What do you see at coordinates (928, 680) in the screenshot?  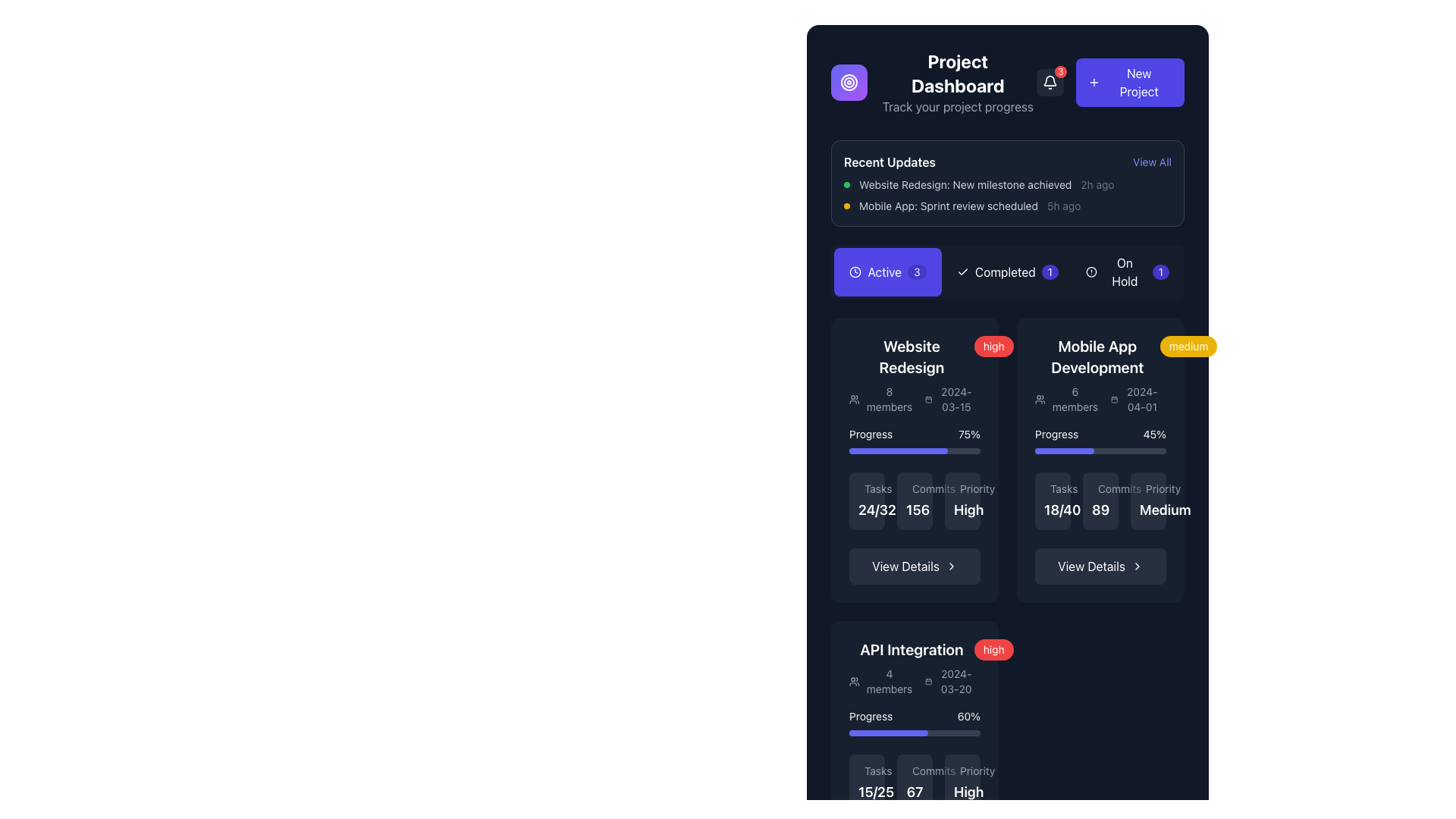 I see `the calendar icon located in the 'API Integration' section of the dashboard UI, which is represented in a modern vector style with a white color on a dark background` at bounding box center [928, 680].